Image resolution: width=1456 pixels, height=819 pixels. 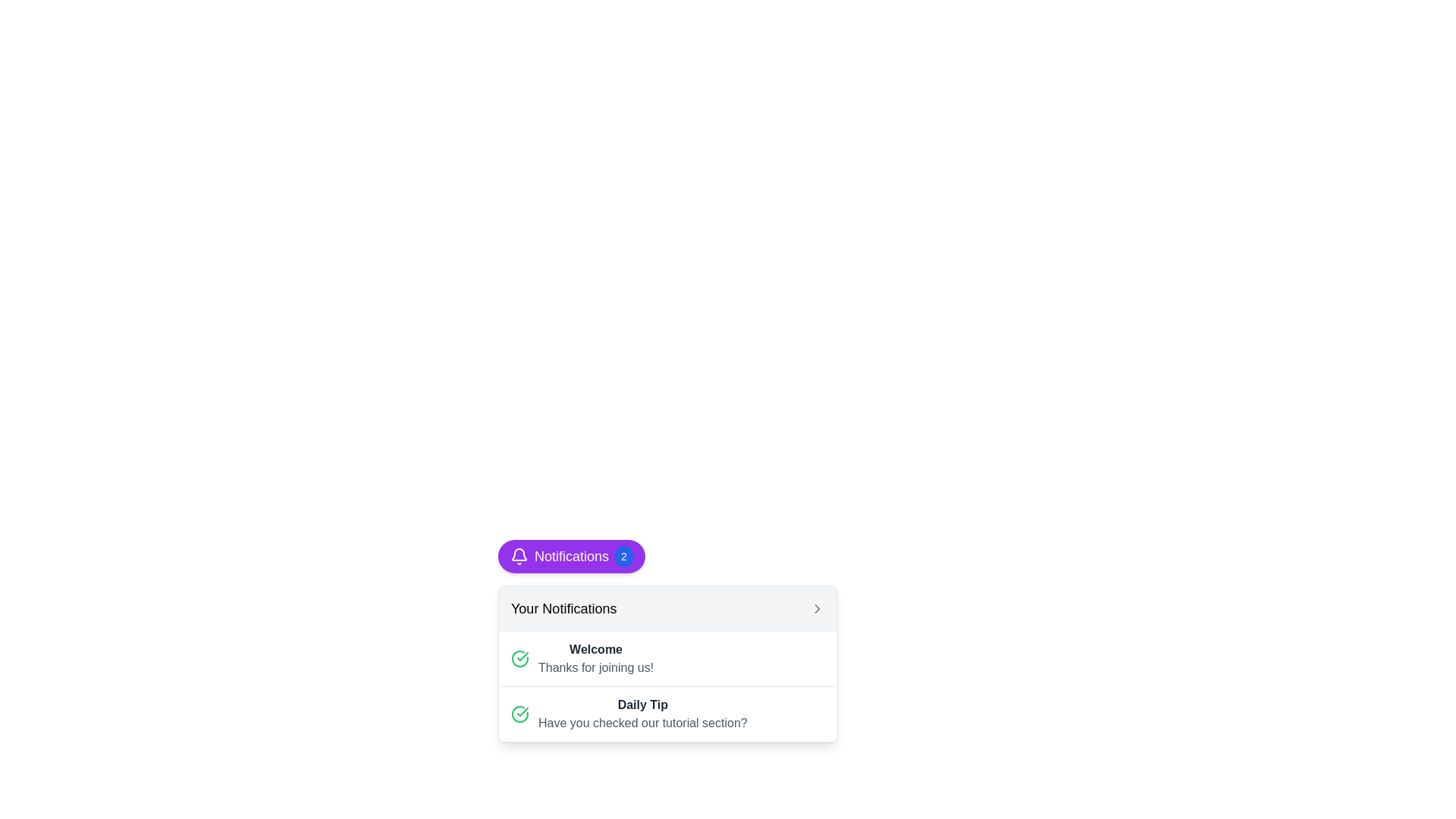 What do you see at coordinates (520, 657) in the screenshot?
I see `the green circular icon with a white checkmark in the notification panel, positioned to the left of the text 'Welcome' and above 'Thanks for joining us!'` at bounding box center [520, 657].